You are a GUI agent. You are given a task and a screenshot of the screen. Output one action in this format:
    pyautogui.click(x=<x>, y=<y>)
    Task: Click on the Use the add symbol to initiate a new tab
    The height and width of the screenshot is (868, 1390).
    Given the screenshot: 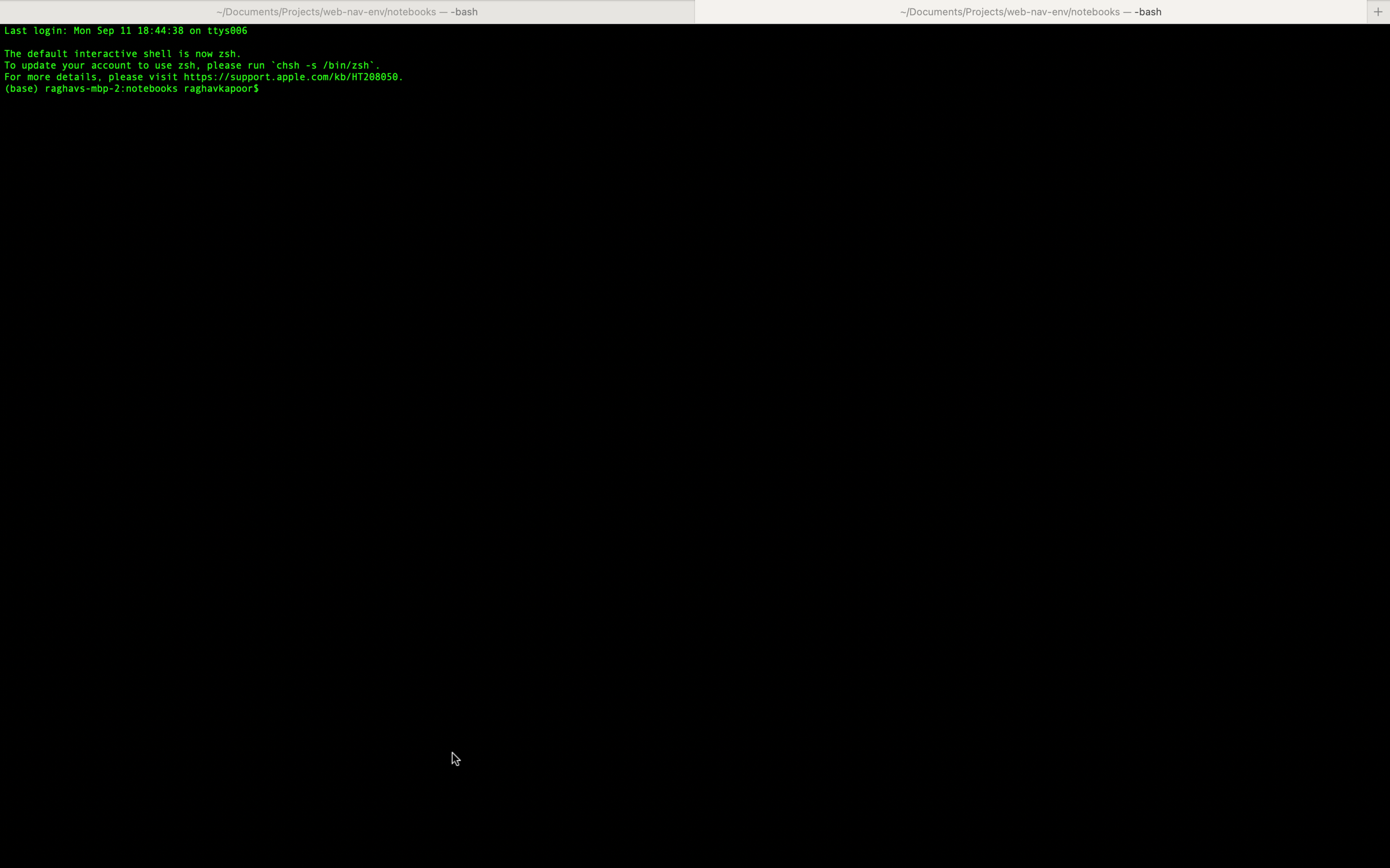 What is the action you would take?
    pyautogui.click(x=1379, y=11)
    